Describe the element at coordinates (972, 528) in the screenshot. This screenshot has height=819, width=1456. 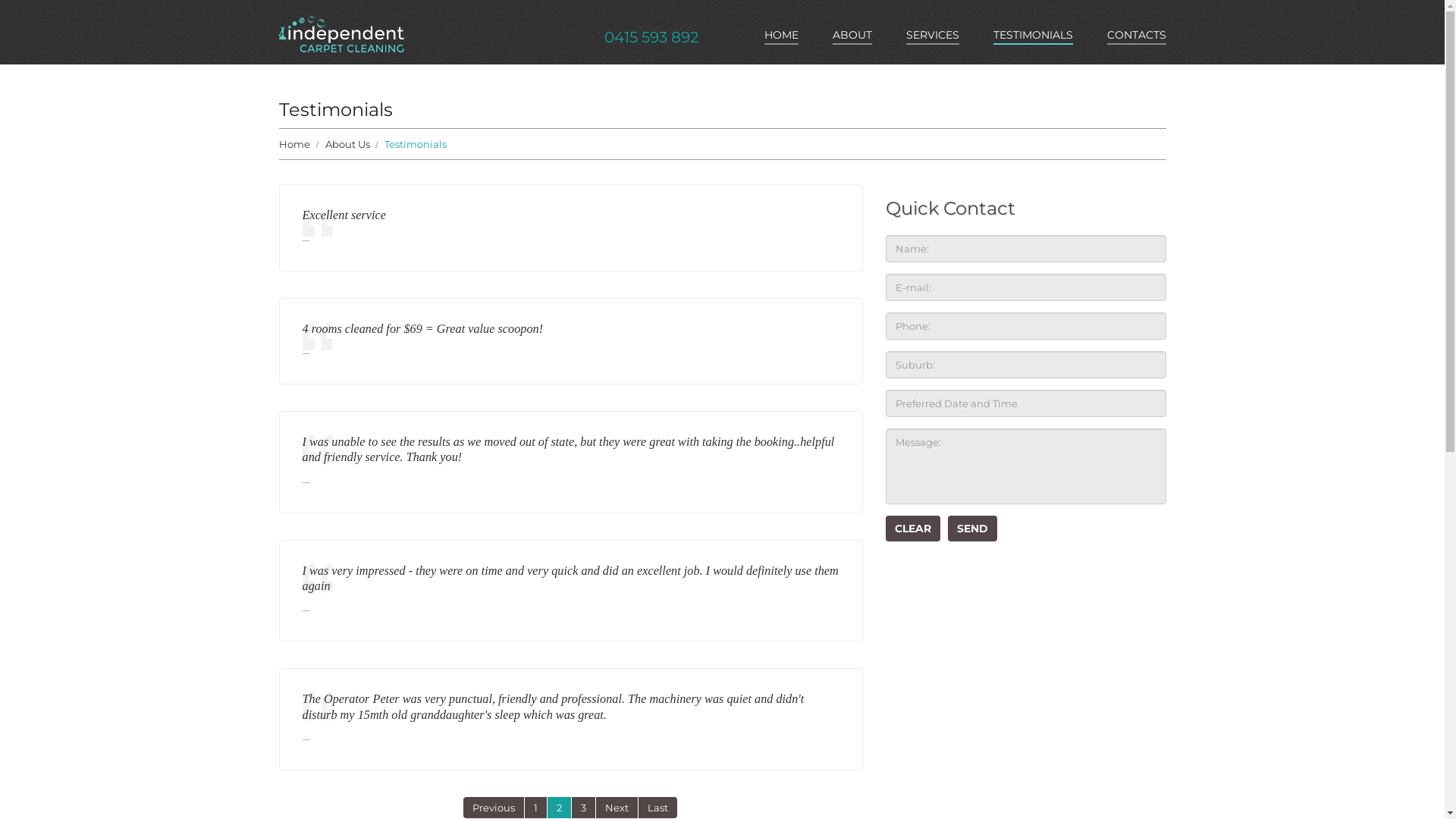
I see `'send'` at that location.